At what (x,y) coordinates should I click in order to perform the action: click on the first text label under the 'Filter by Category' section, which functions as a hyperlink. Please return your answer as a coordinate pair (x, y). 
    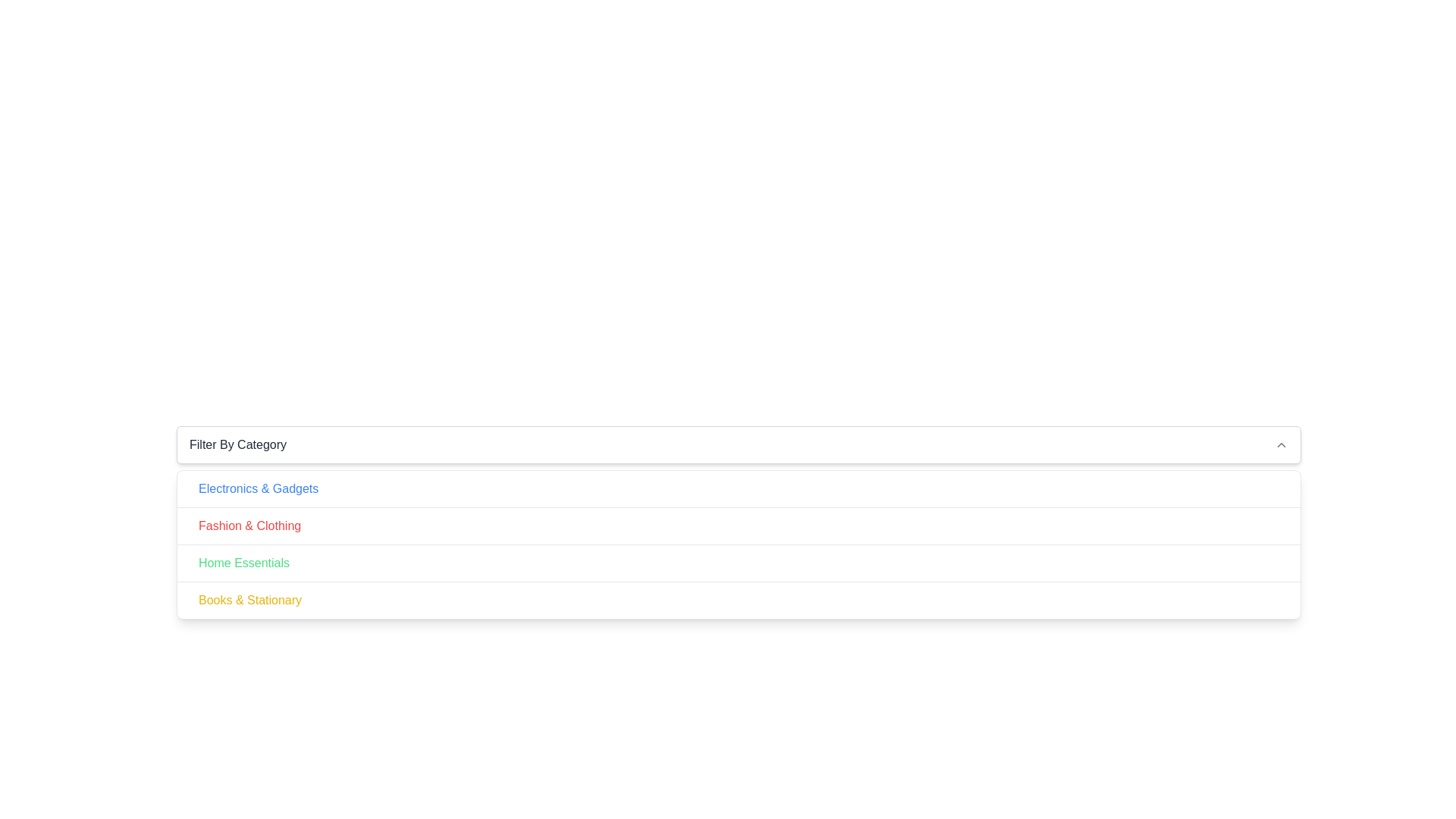
    Looking at the image, I should click on (259, 488).